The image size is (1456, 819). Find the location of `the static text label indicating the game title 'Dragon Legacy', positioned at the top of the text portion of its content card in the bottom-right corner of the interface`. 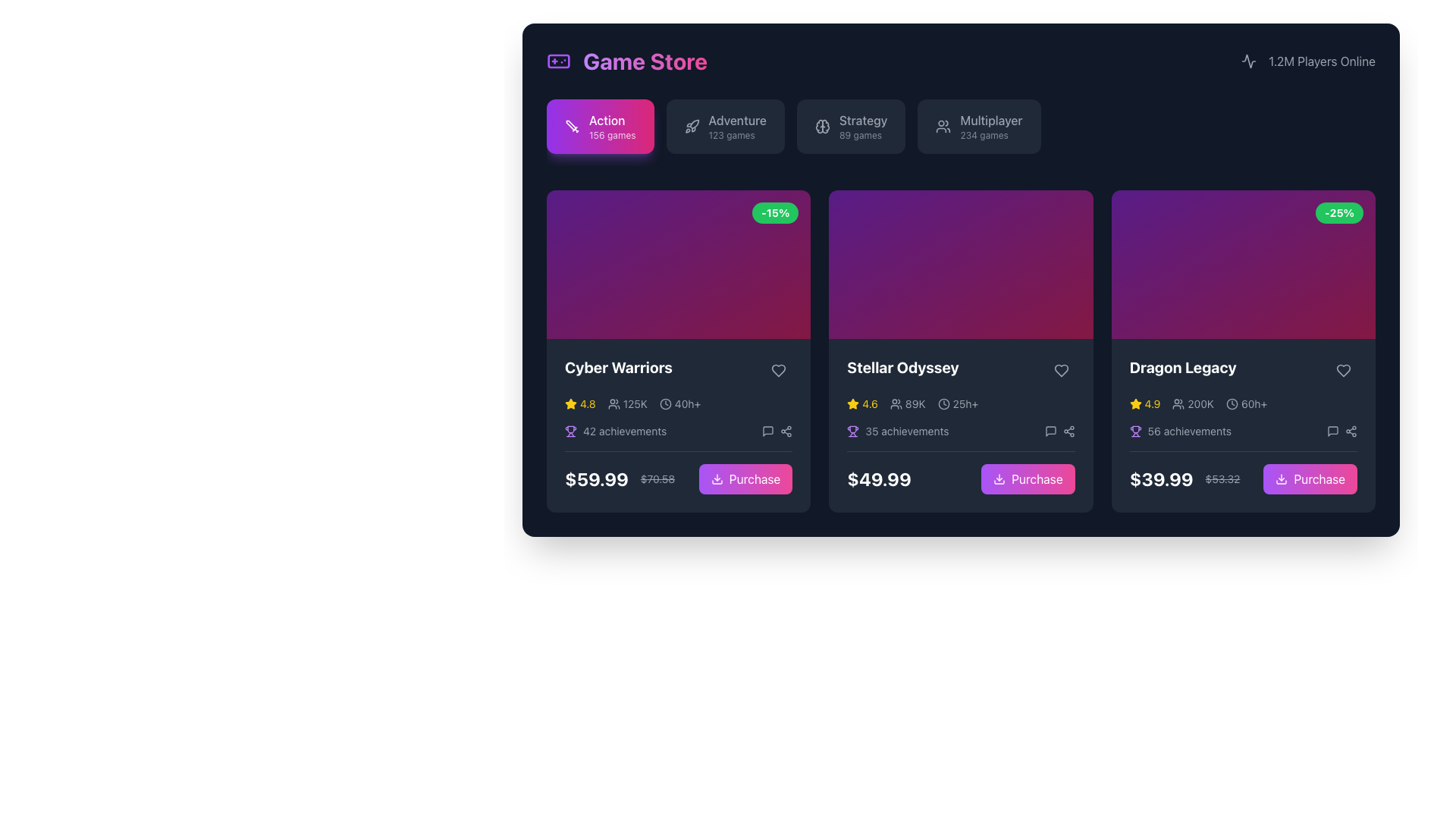

the static text label indicating the game title 'Dragon Legacy', positioned at the top of the text portion of its content card in the bottom-right corner of the interface is located at coordinates (1182, 367).